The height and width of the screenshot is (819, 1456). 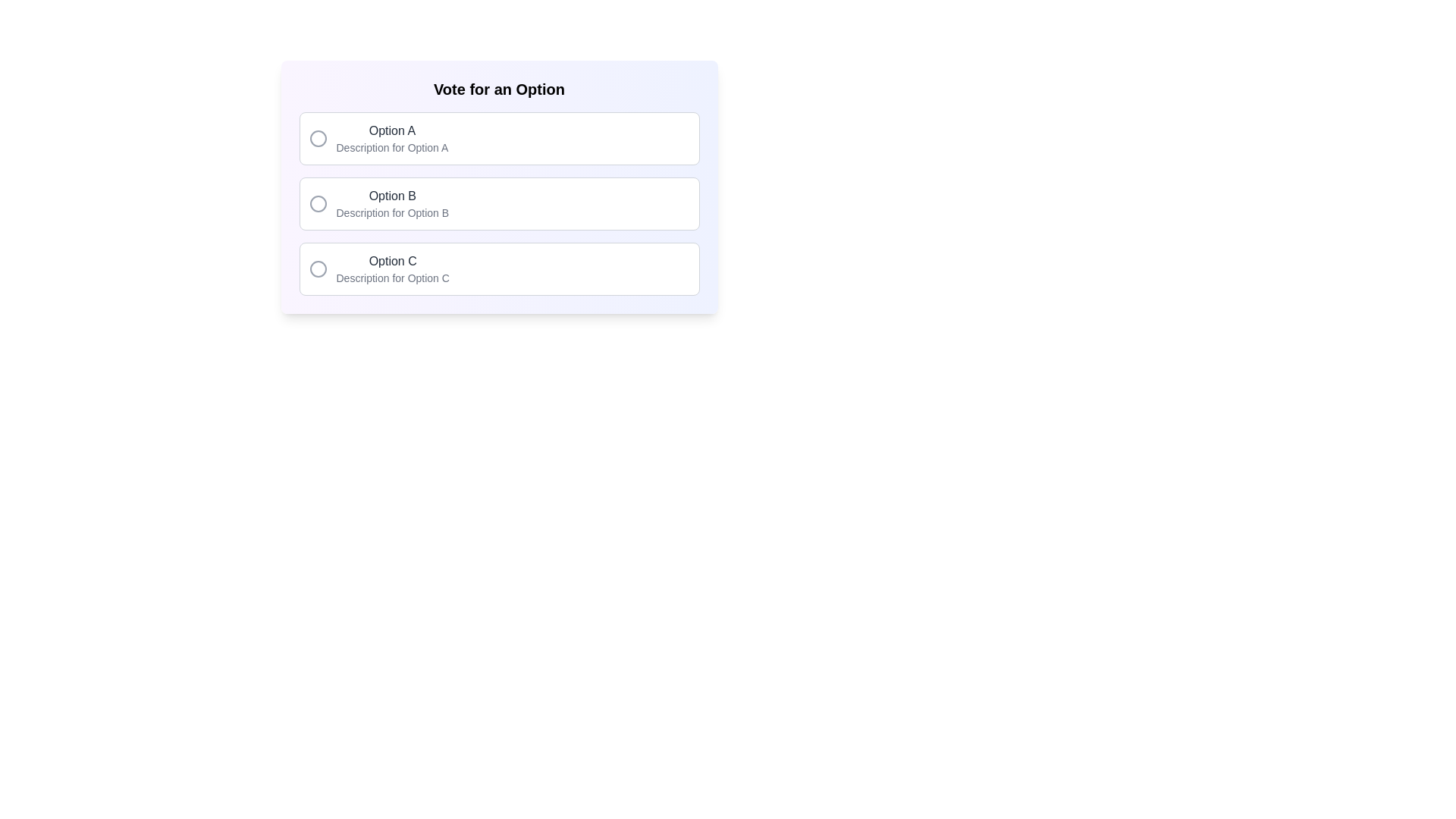 I want to click on the Text Display element that provides additional information about 'Option B', so click(x=392, y=213).